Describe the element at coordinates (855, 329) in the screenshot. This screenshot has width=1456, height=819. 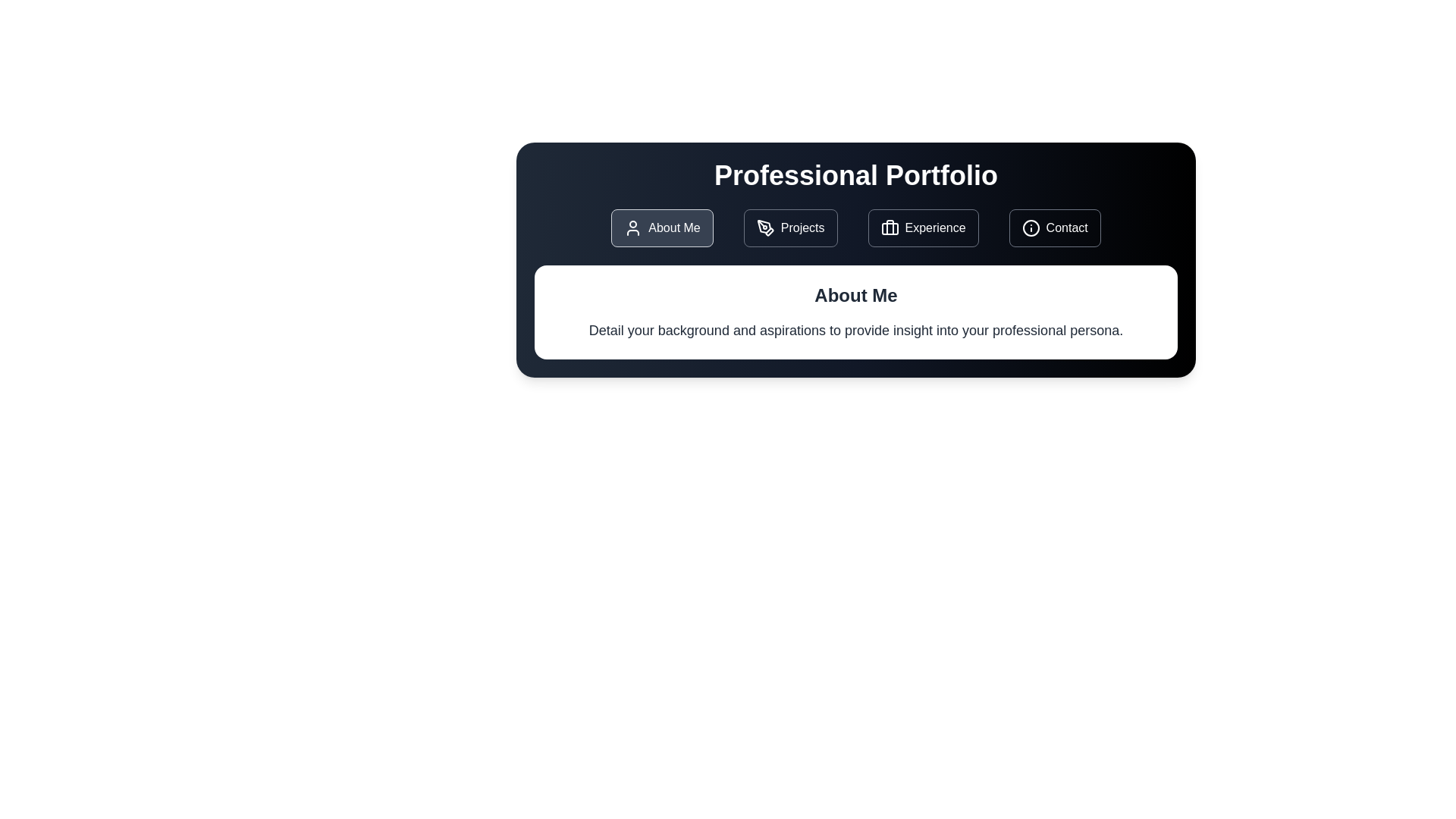
I see `the static text element in the 'About Me' section that provides descriptive information about the user's background and aspirations` at that location.